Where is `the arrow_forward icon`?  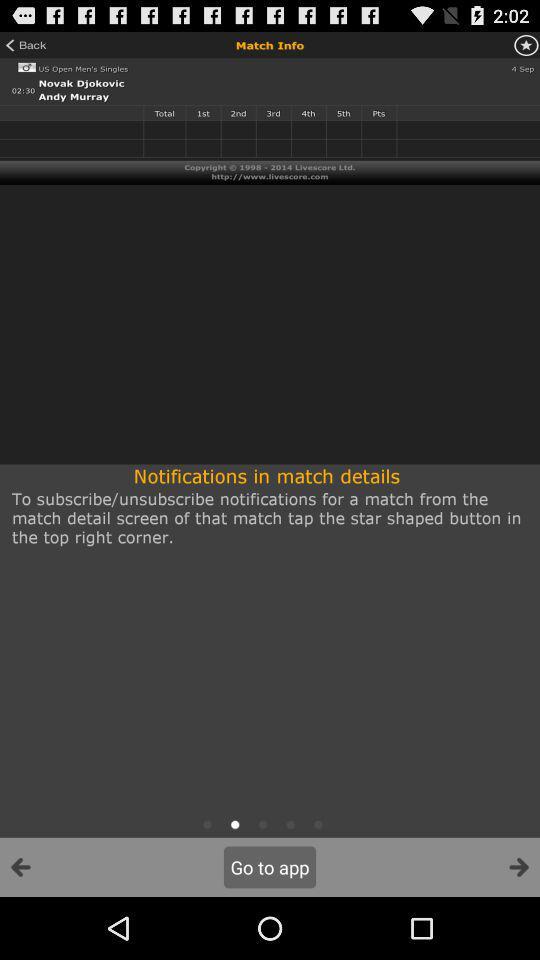 the arrow_forward icon is located at coordinates (518, 928).